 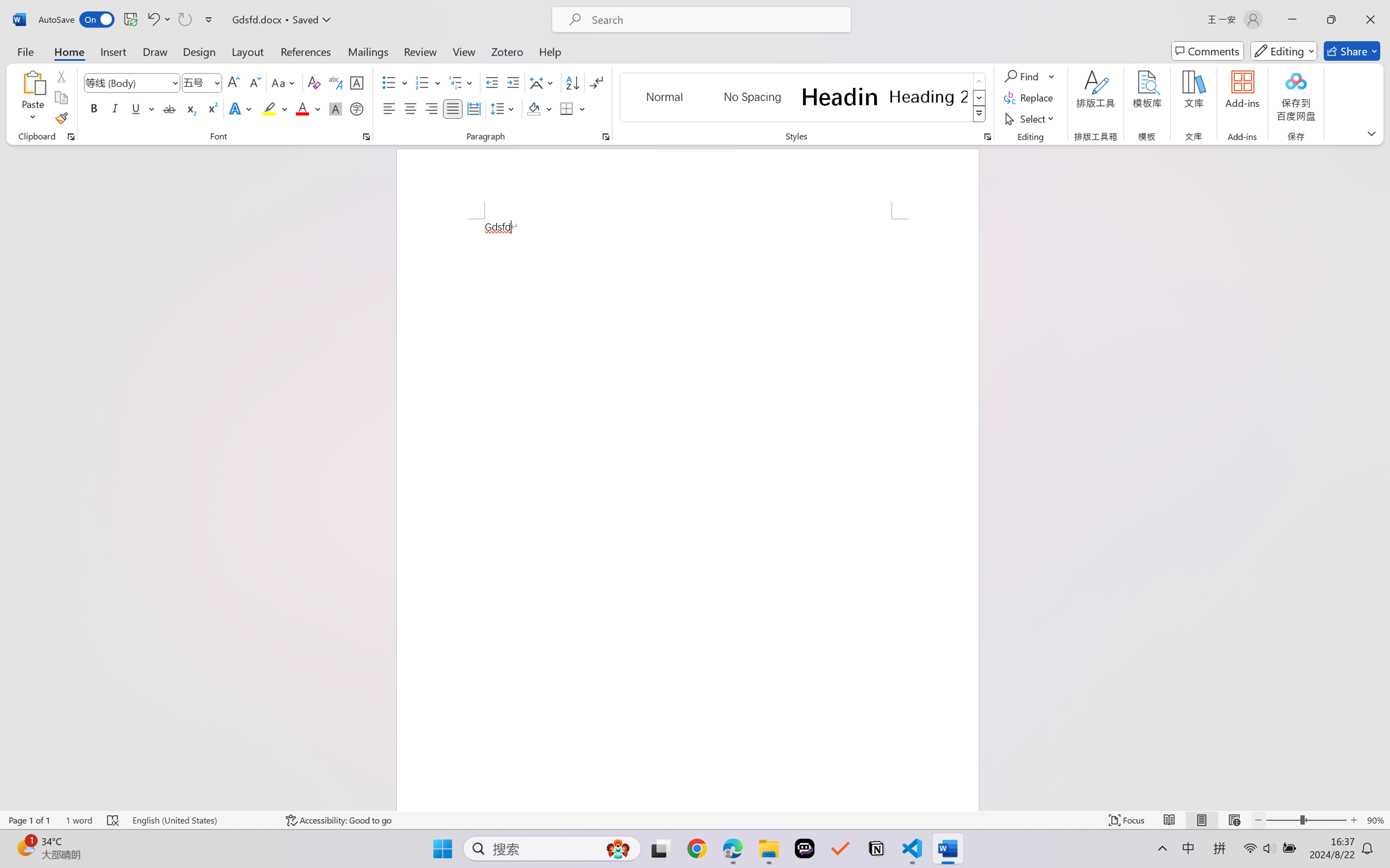 What do you see at coordinates (60, 119) in the screenshot?
I see `'Format Painter'` at bounding box center [60, 119].